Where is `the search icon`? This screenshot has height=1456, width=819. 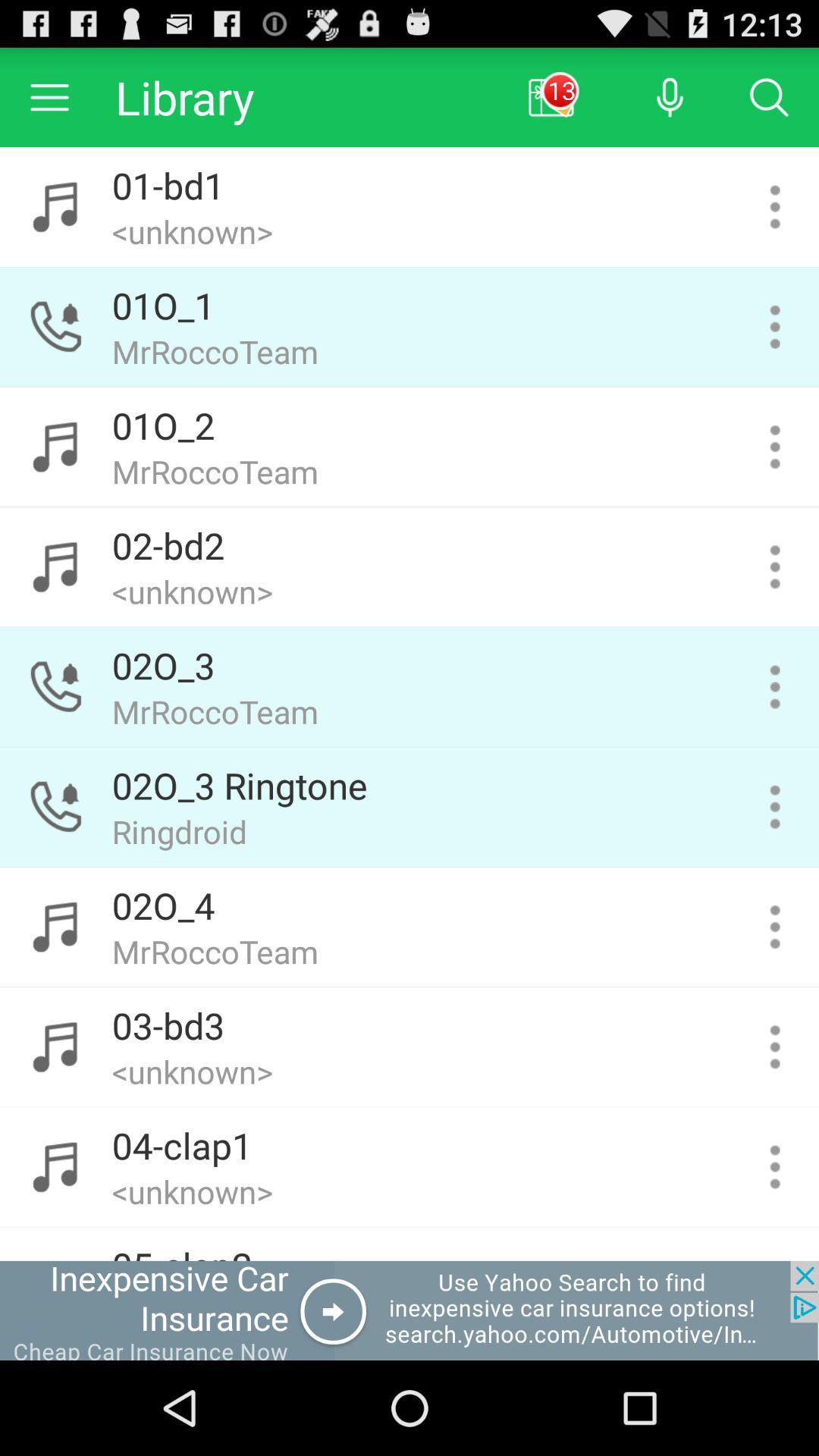
the search icon is located at coordinates (769, 103).